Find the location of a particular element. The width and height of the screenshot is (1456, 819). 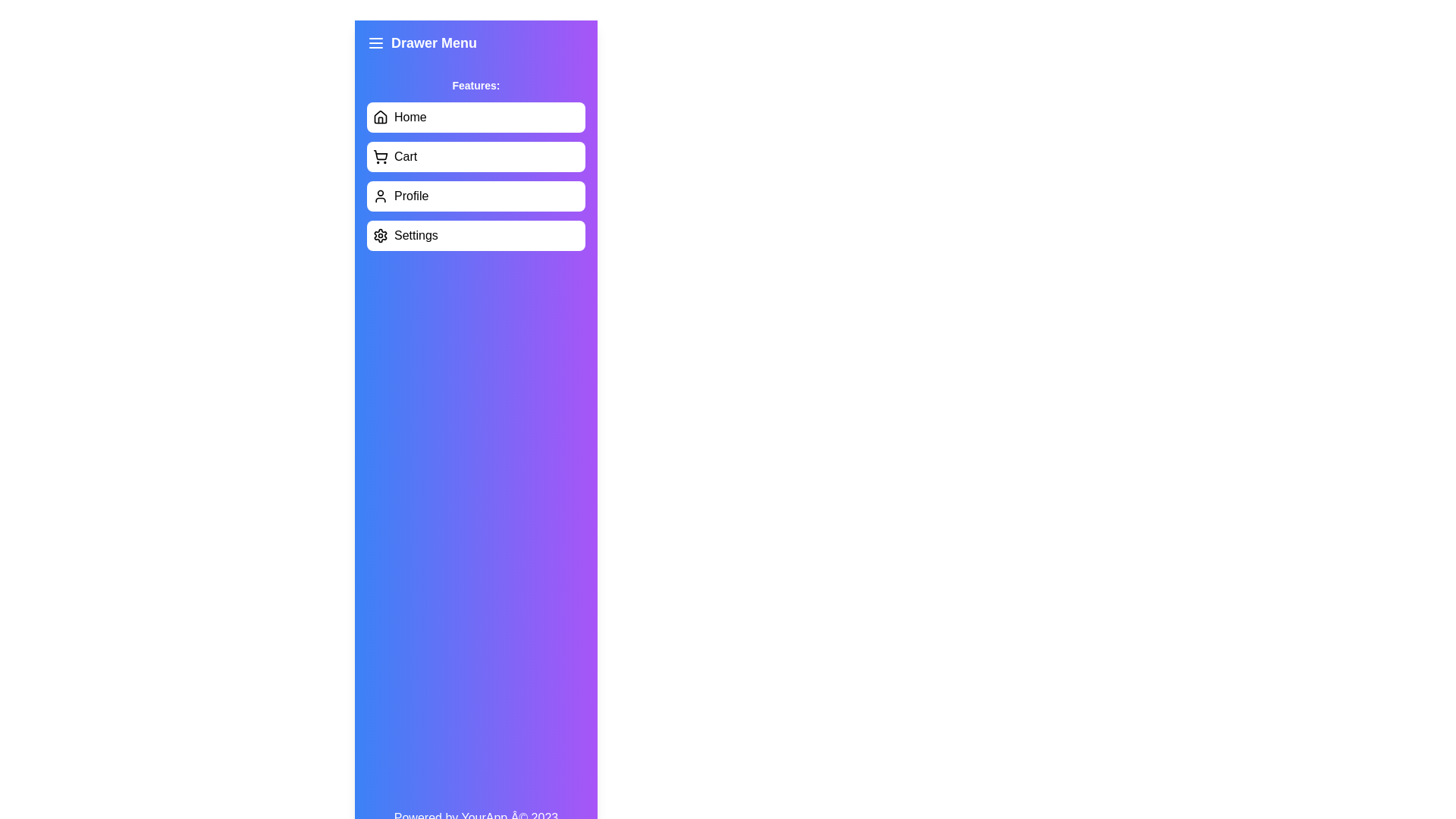

the second menu item labeled 'Cart' in the 'Features' drawer menu is located at coordinates (475, 157).